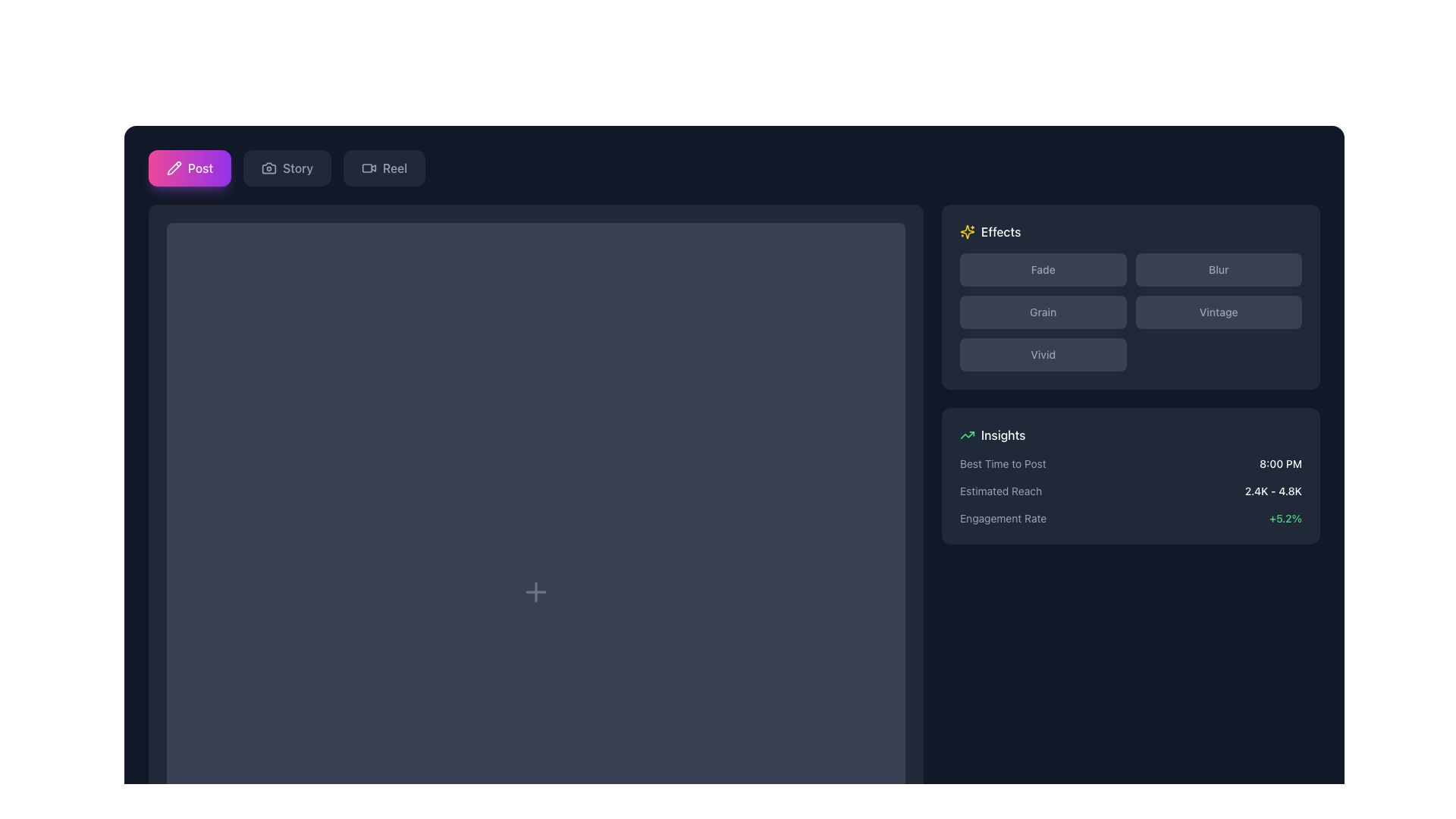  Describe the element at coordinates (1042, 312) in the screenshot. I see `the 'Grain' button, which is a rectangular button with a dark gray background and lighter gray text, located in the Effects section of the right panel, directly beneath the 'Fade' button` at that location.